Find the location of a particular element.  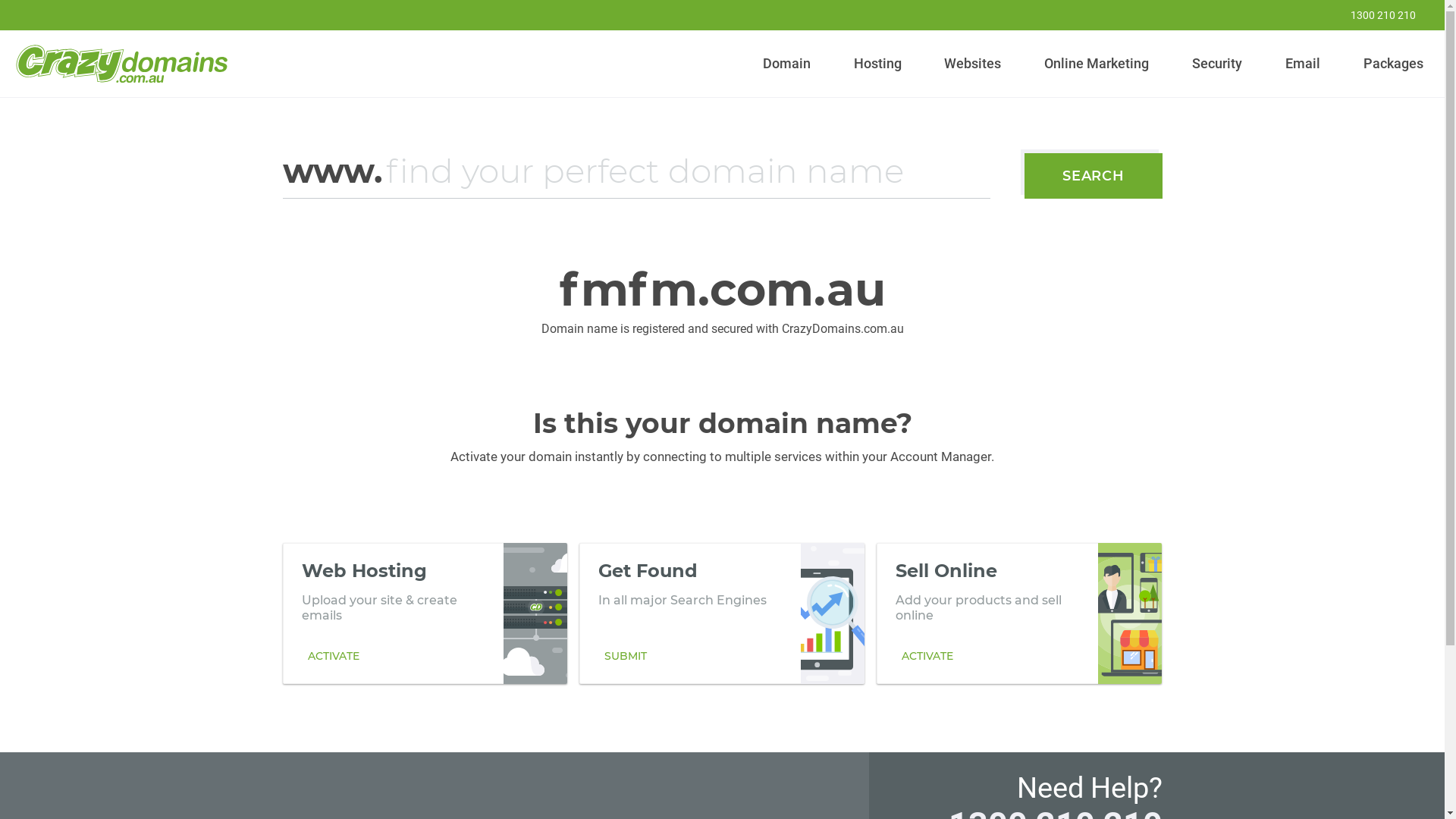

'SEARCH' is located at coordinates (1093, 174).